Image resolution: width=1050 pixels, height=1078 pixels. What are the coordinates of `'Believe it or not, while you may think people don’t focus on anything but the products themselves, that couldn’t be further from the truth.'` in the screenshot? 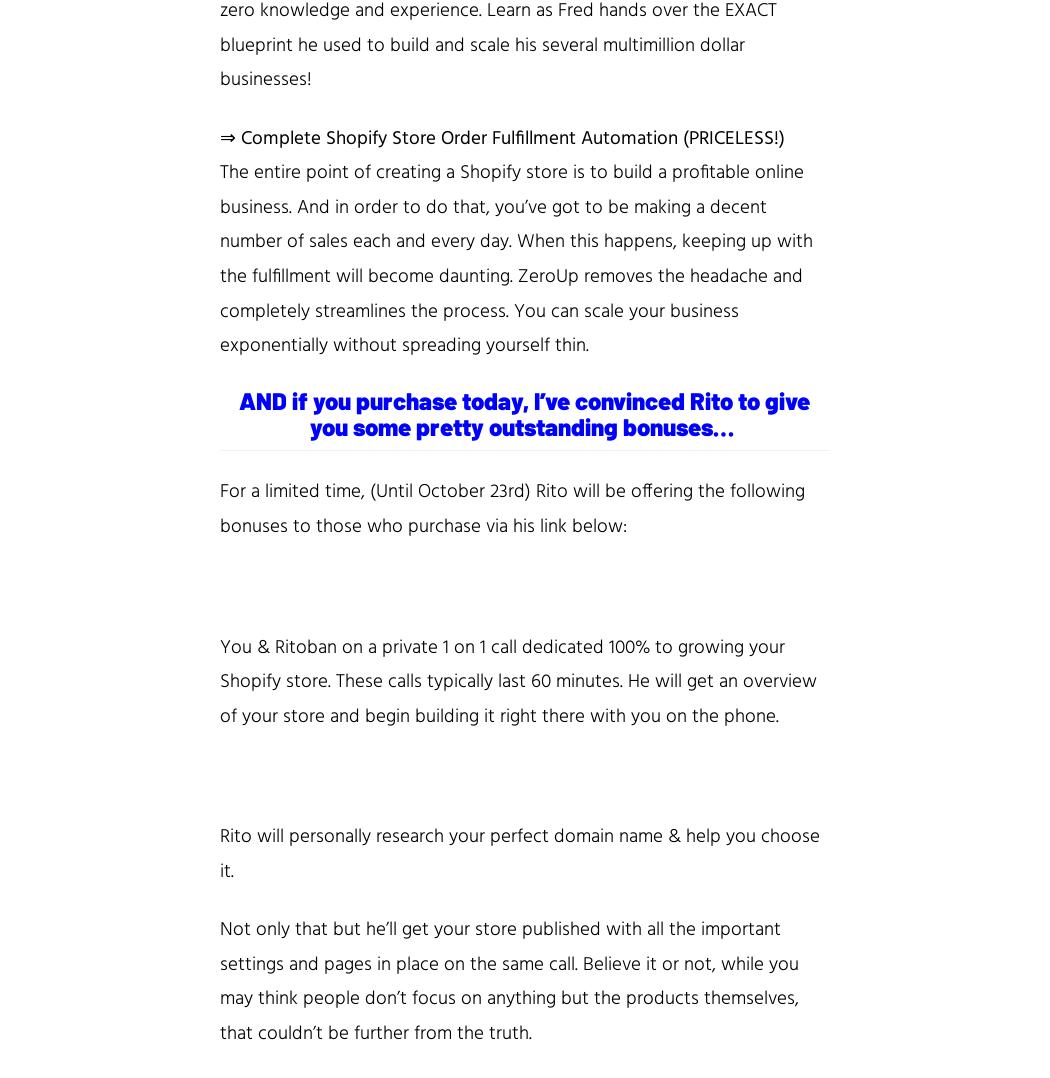 It's located at (508, 998).